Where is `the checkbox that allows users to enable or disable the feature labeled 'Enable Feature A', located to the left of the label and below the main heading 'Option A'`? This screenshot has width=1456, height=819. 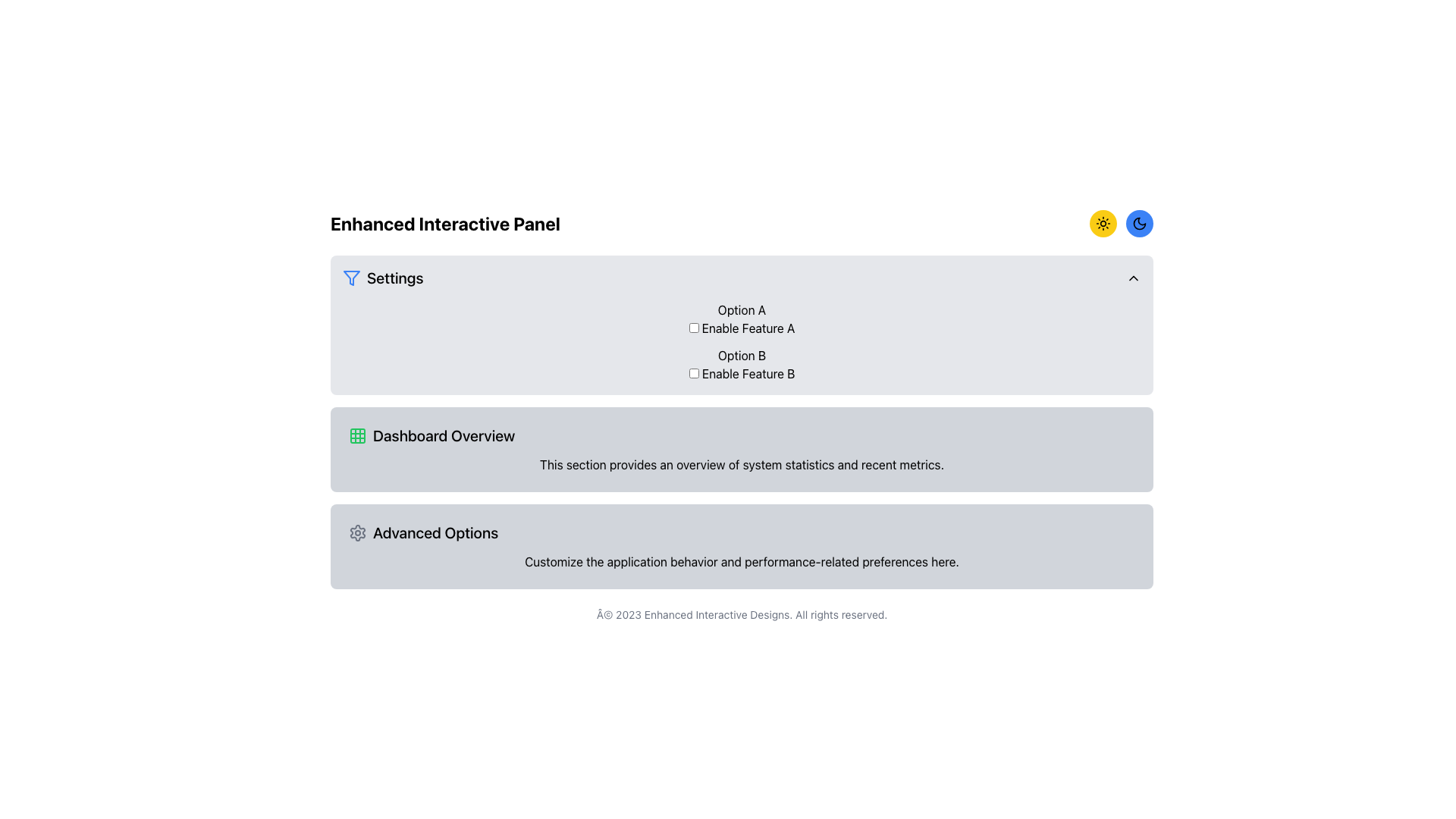
the checkbox that allows users to enable or disable the feature labeled 'Enable Feature A', located to the left of the label and below the main heading 'Option A' is located at coordinates (693, 327).